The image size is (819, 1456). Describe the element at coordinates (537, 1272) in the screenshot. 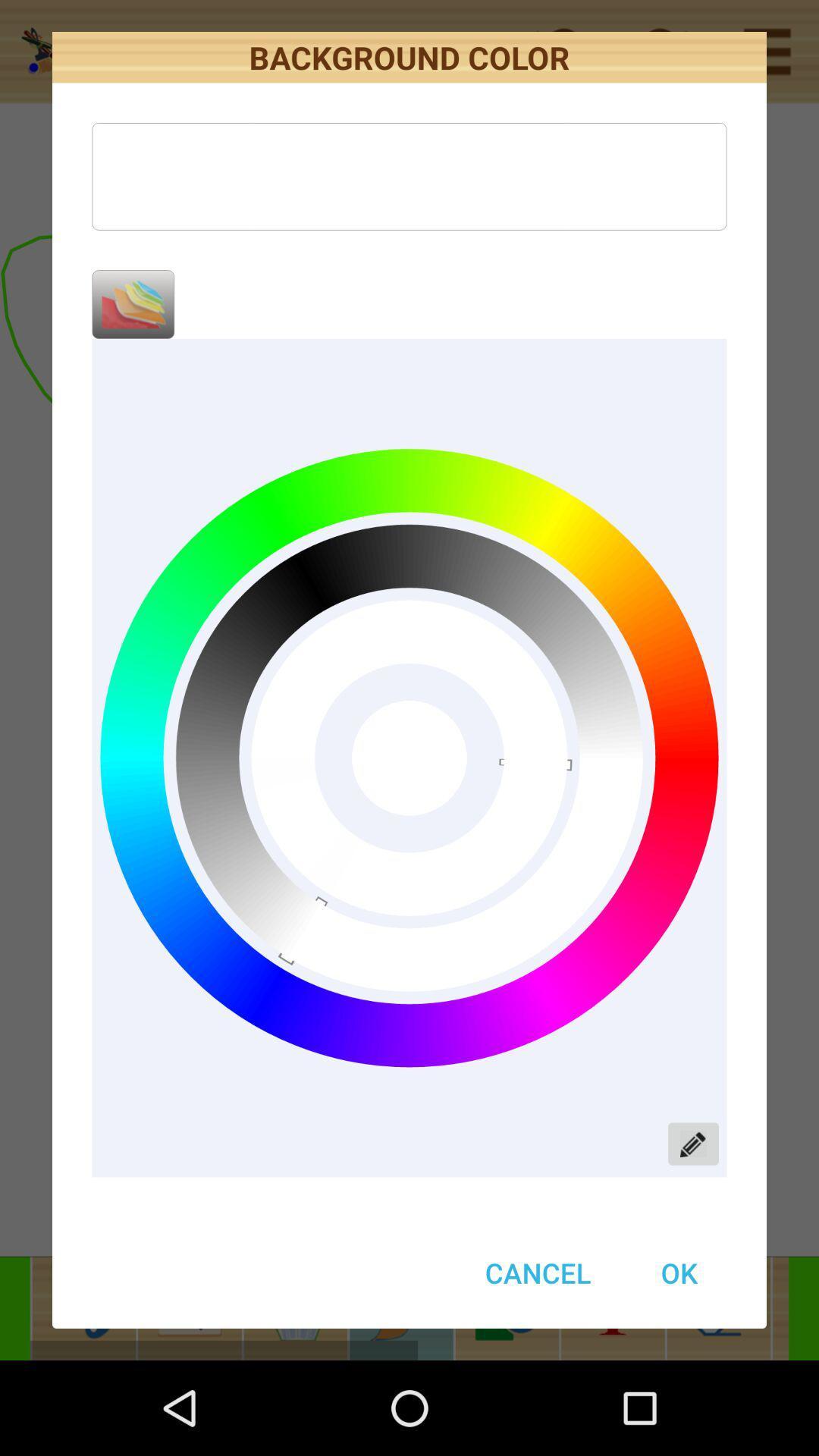

I see `the icon next to the ok` at that location.